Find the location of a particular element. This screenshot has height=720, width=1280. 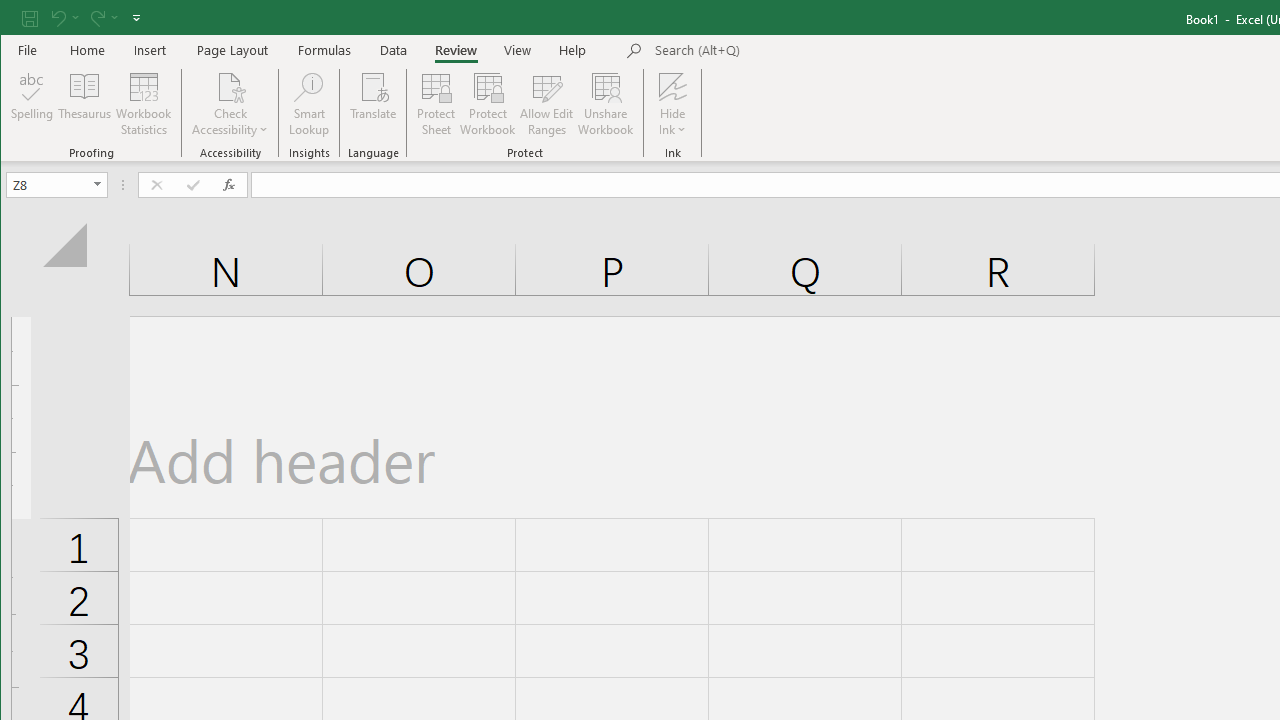

'Workbook Statistics' is located at coordinates (143, 104).